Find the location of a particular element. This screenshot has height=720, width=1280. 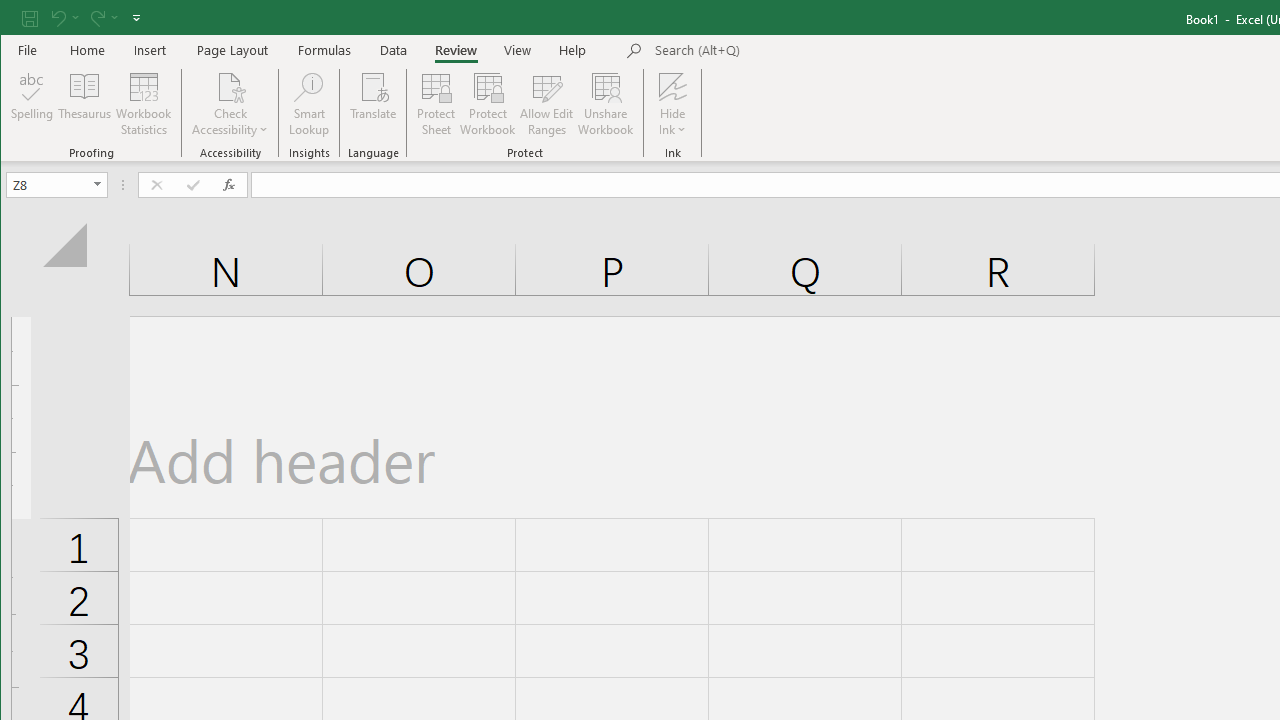

'Workbook Statistics' is located at coordinates (143, 104).